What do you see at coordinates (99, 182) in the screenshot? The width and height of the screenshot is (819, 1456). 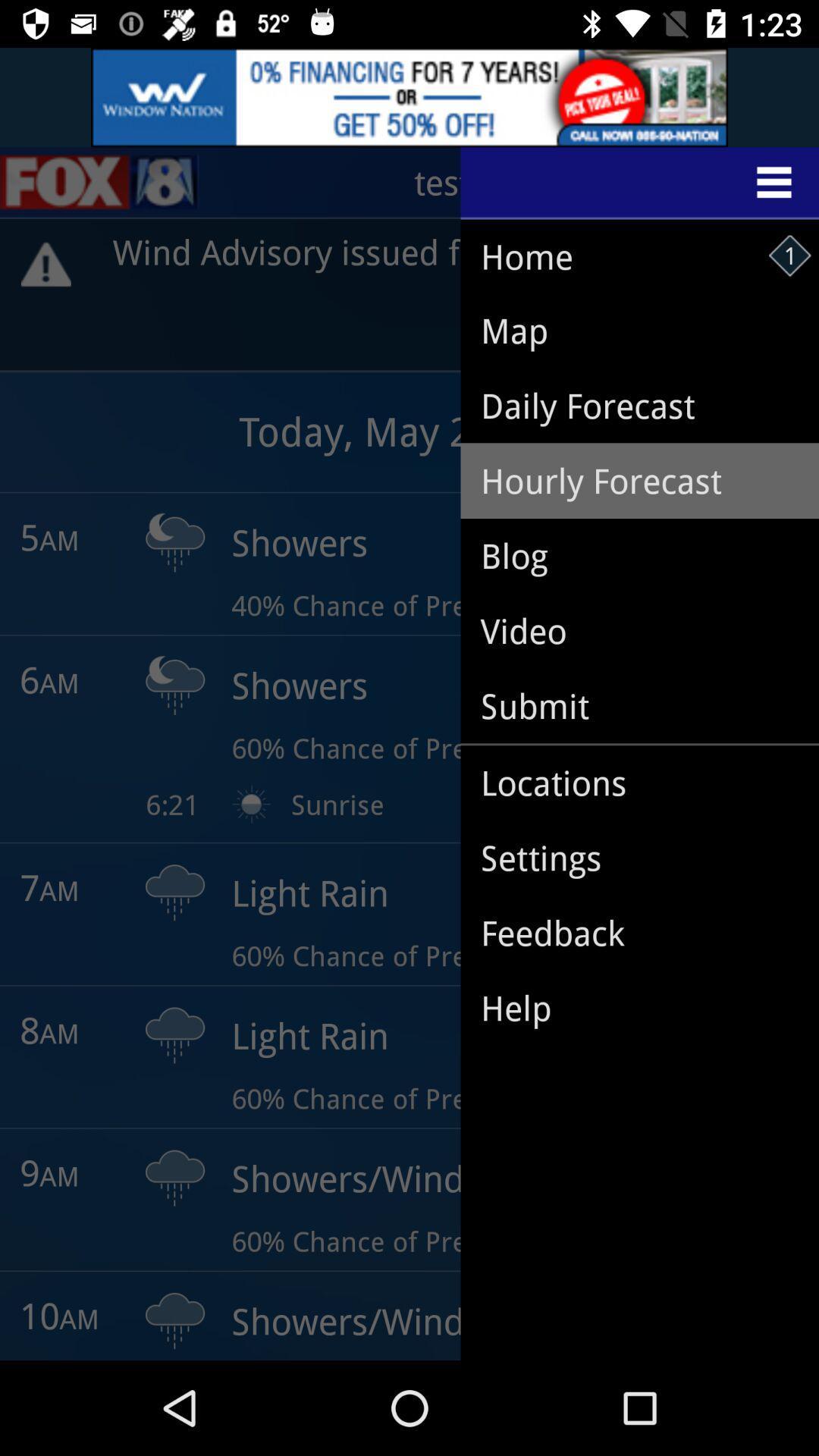 I see `the sliders icon` at bounding box center [99, 182].